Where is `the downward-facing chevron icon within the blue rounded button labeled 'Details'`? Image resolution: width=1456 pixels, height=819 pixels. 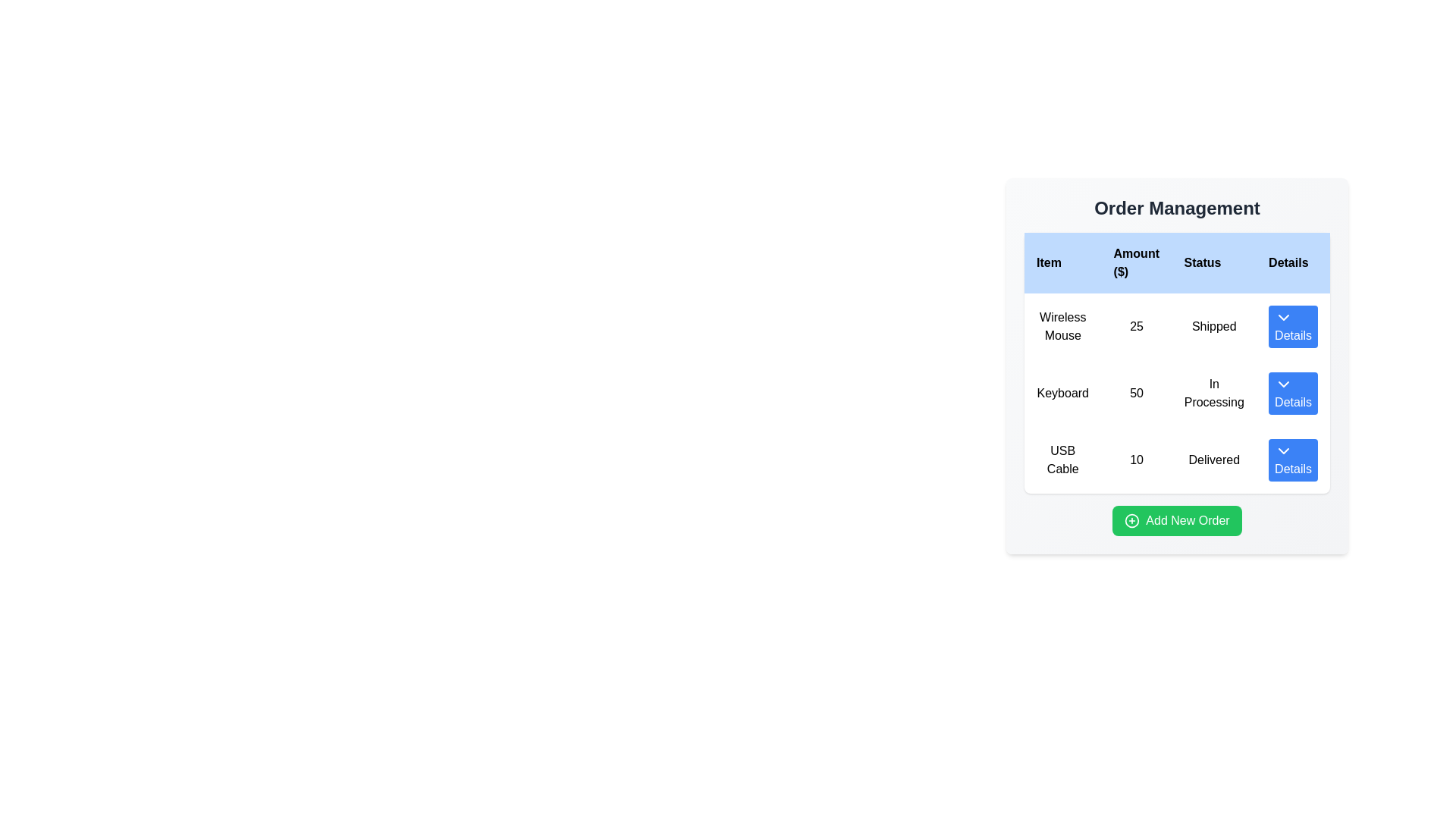 the downward-facing chevron icon within the blue rounded button labeled 'Details' is located at coordinates (1283, 317).